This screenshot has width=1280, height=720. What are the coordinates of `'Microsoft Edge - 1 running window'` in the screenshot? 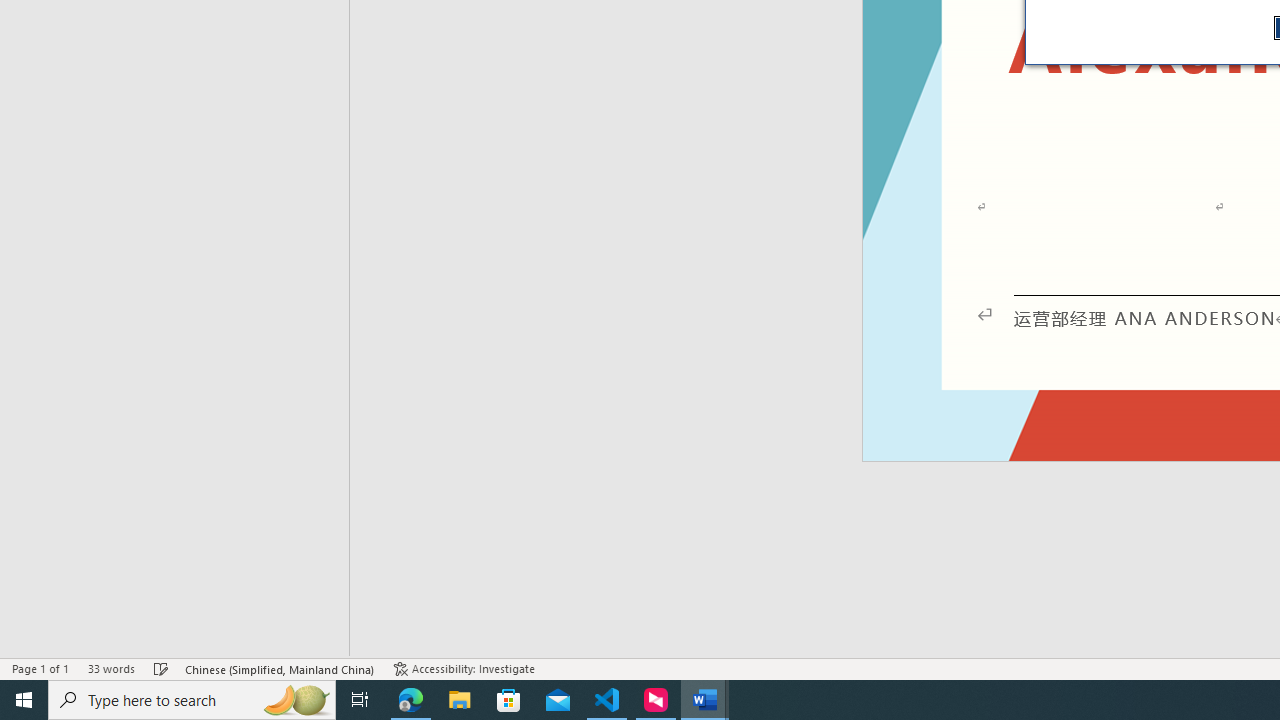 It's located at (410, 698).